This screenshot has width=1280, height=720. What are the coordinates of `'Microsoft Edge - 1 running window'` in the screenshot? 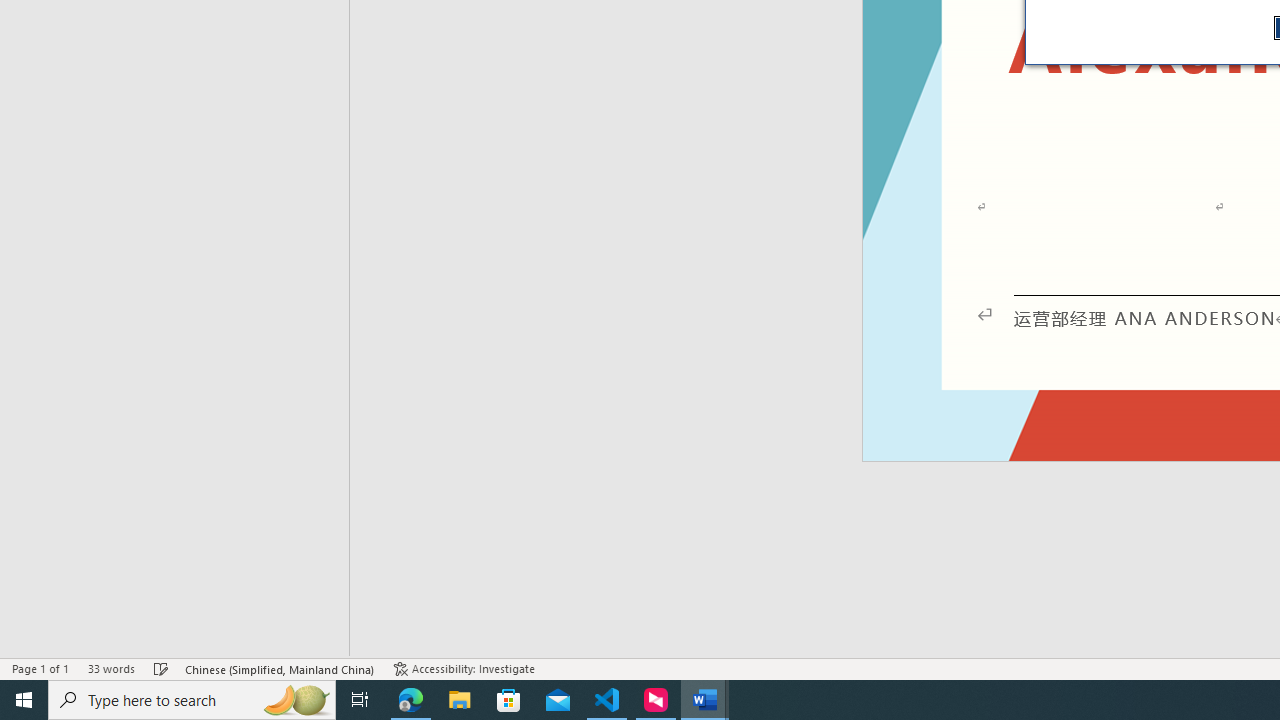 It's located at (410, 698).